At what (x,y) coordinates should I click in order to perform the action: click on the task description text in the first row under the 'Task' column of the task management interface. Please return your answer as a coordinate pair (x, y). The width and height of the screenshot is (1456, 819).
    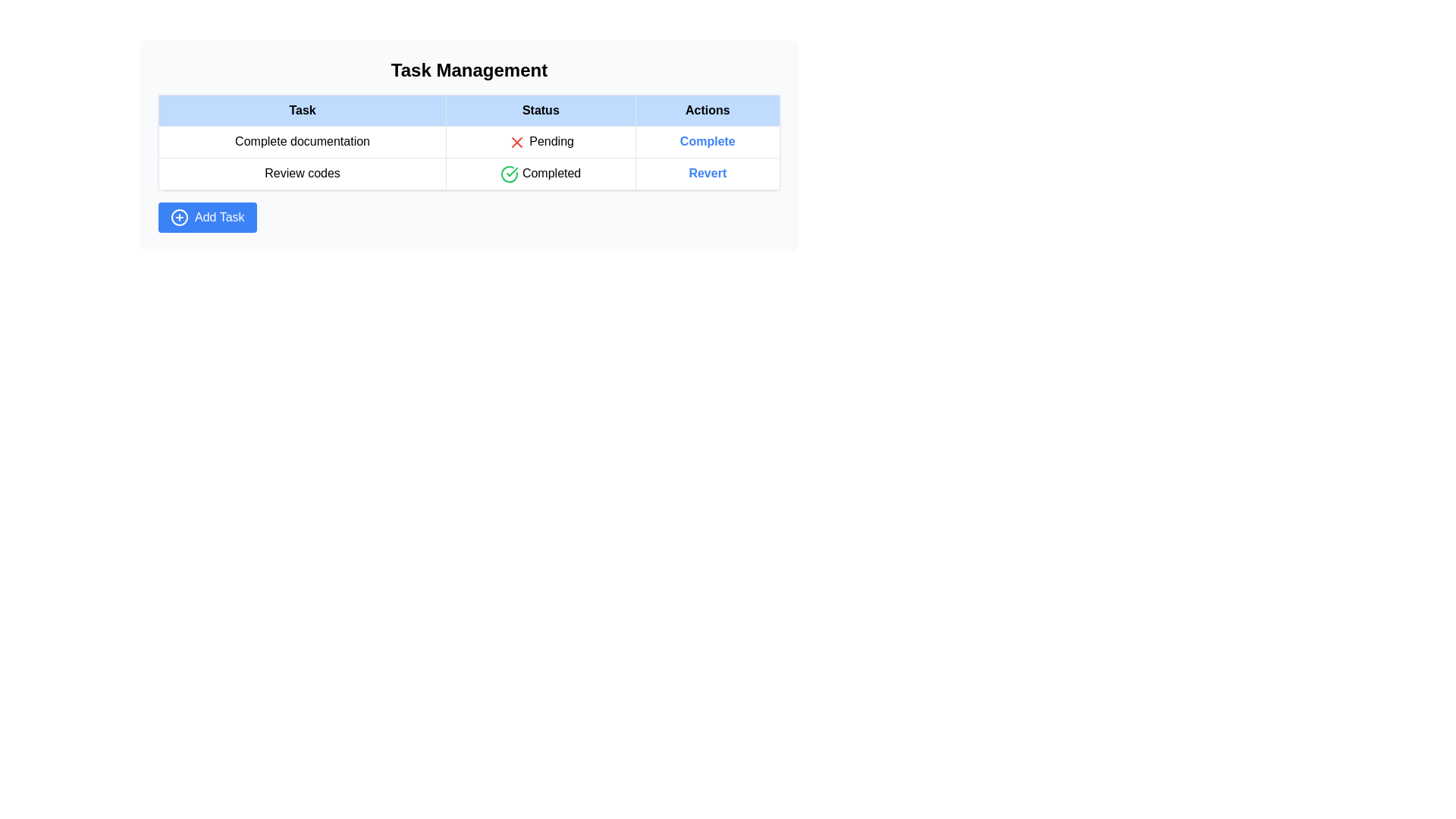
    Looking at the image, I should click on (302, 142).